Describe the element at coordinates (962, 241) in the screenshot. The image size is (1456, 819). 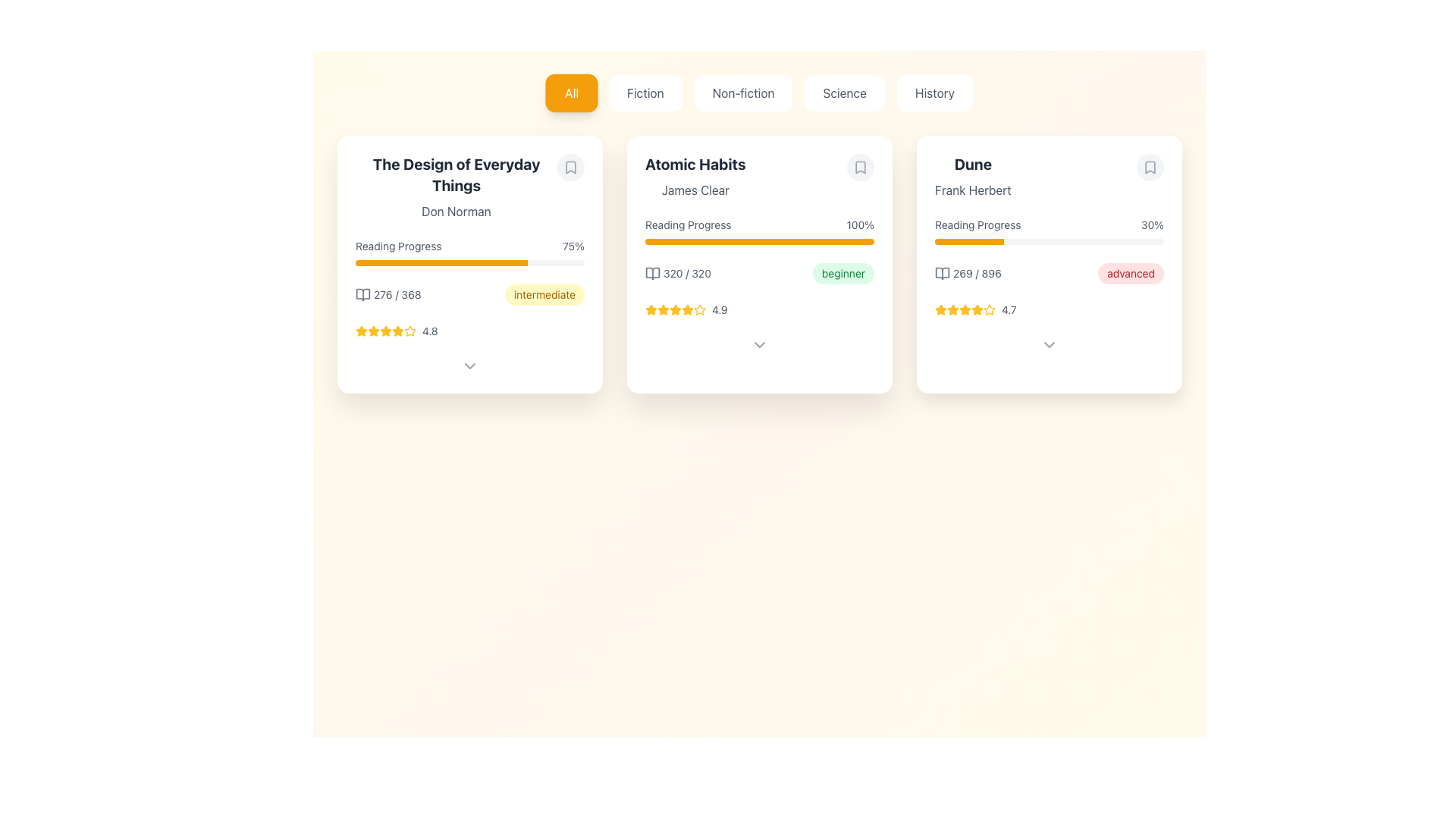
I see `the reading progress` at that location.